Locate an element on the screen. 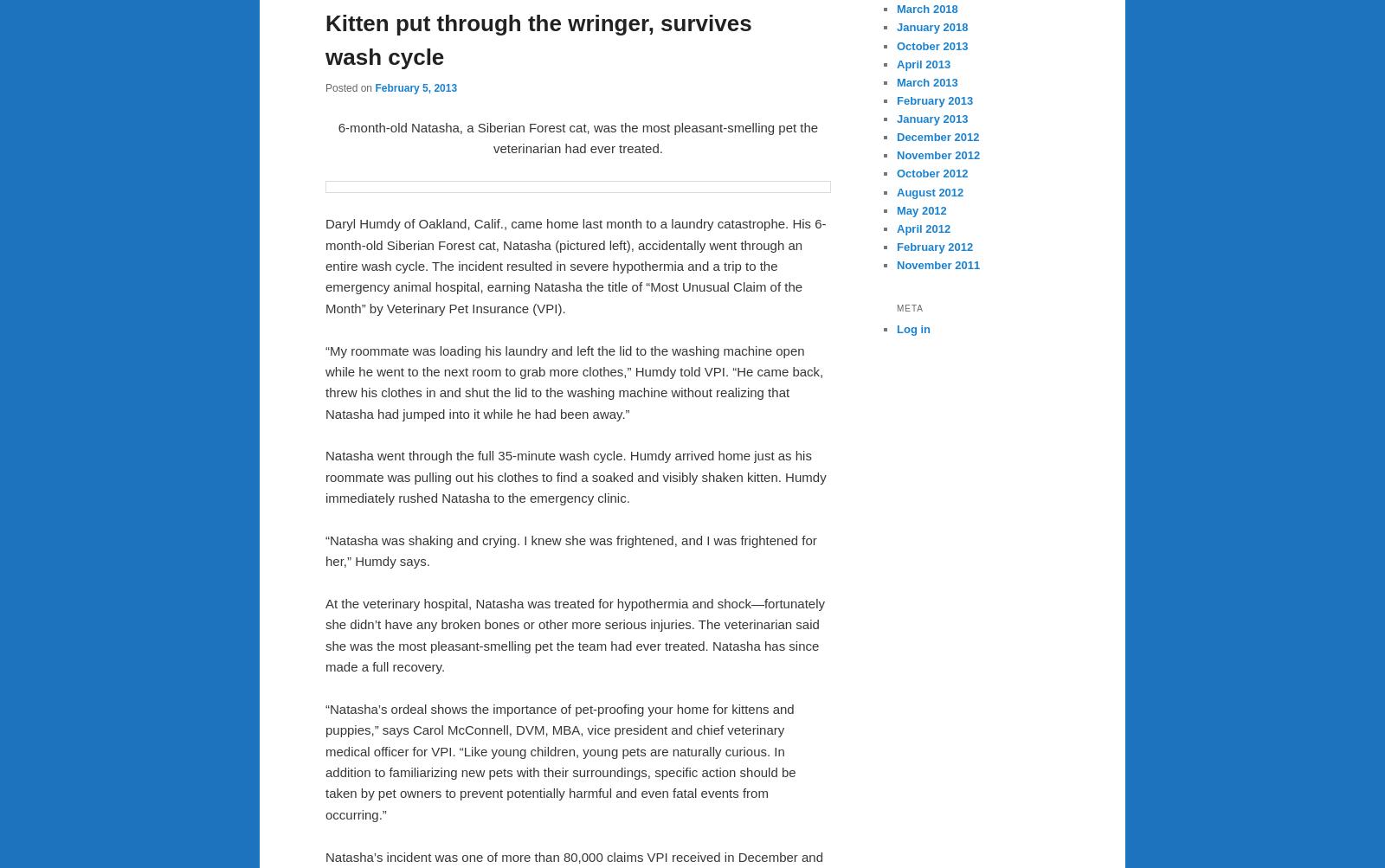 The image size is (1385, 868). '“My roommate was loading his laundry and left the lid to the washing machine open while he went to the next room to grab more clothes,” Humdy told VPI. “He came back, threw his clothes in and shut the lid to the washing machine without realizing that Natasha had jumped into it while he had been away.”' is located at coordinates (574, 382).